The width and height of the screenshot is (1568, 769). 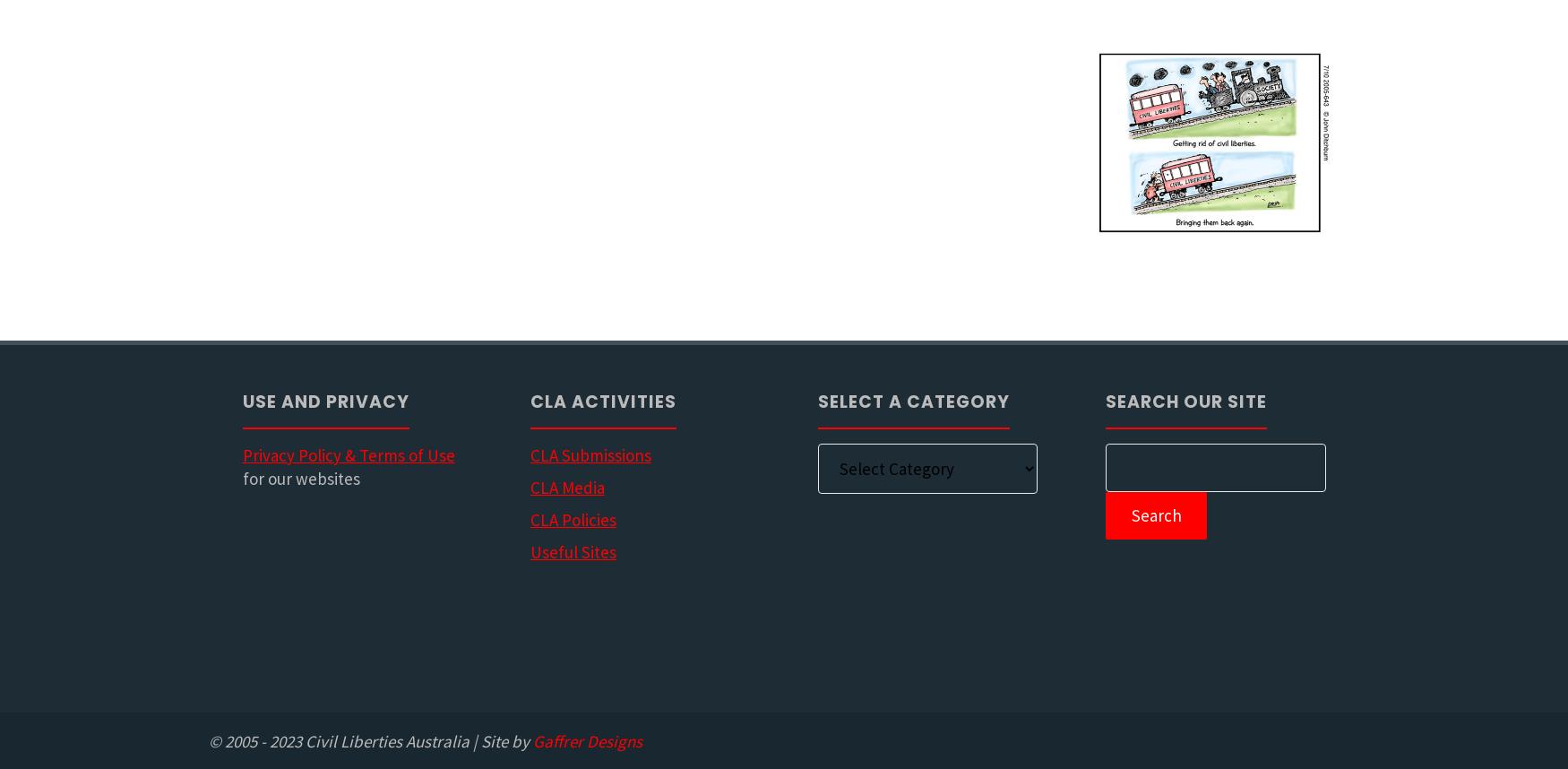 What do you see at coordinates (589, 453) in the screenshot?
I see `'CLA Submissions'` at bounding box center [589, 453].